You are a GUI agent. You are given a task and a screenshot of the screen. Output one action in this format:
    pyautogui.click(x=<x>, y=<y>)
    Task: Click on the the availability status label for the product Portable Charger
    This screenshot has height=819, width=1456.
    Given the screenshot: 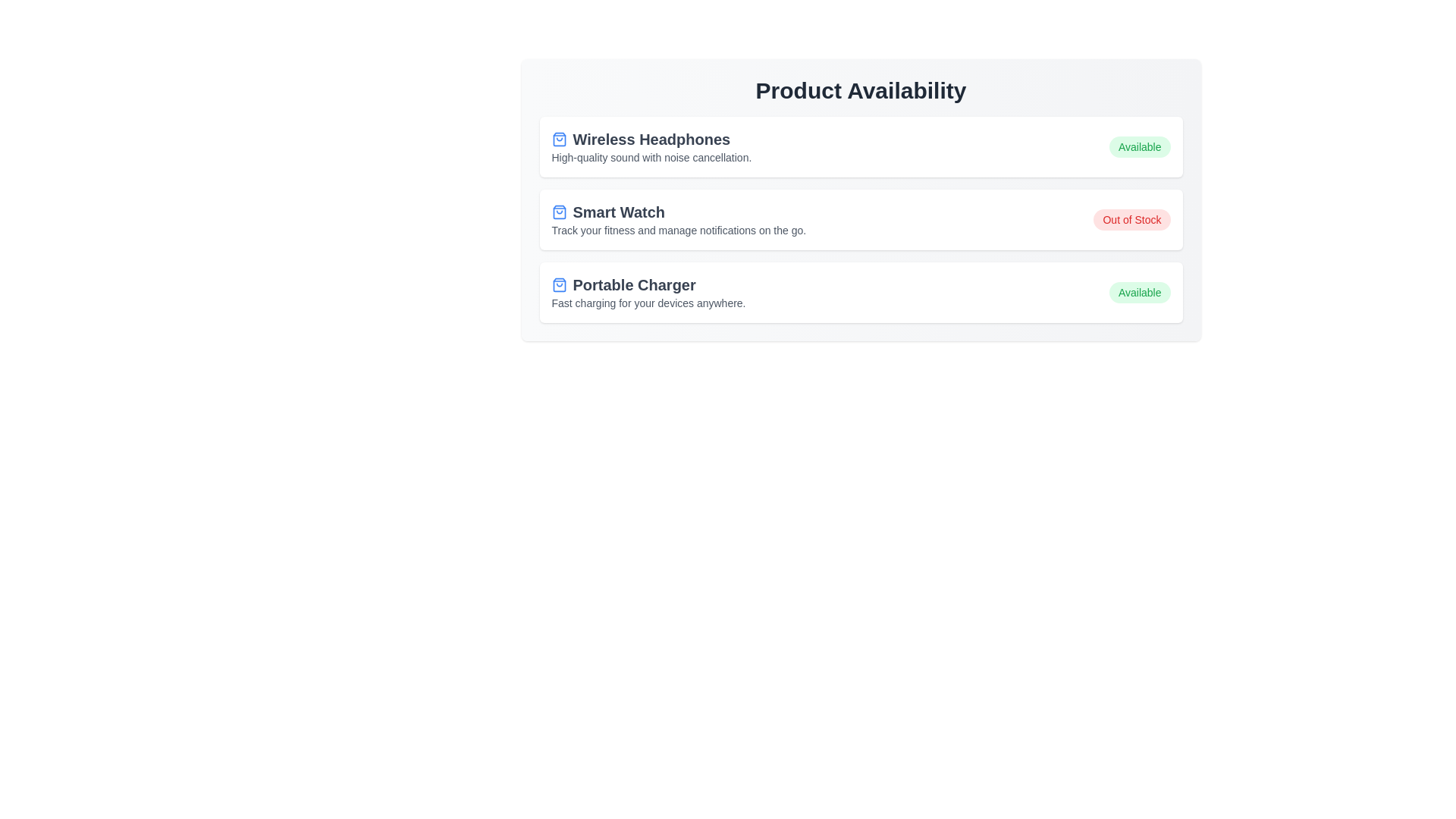 What is the action you would take?
    pyautogui.click(x=1140, y=292)
    